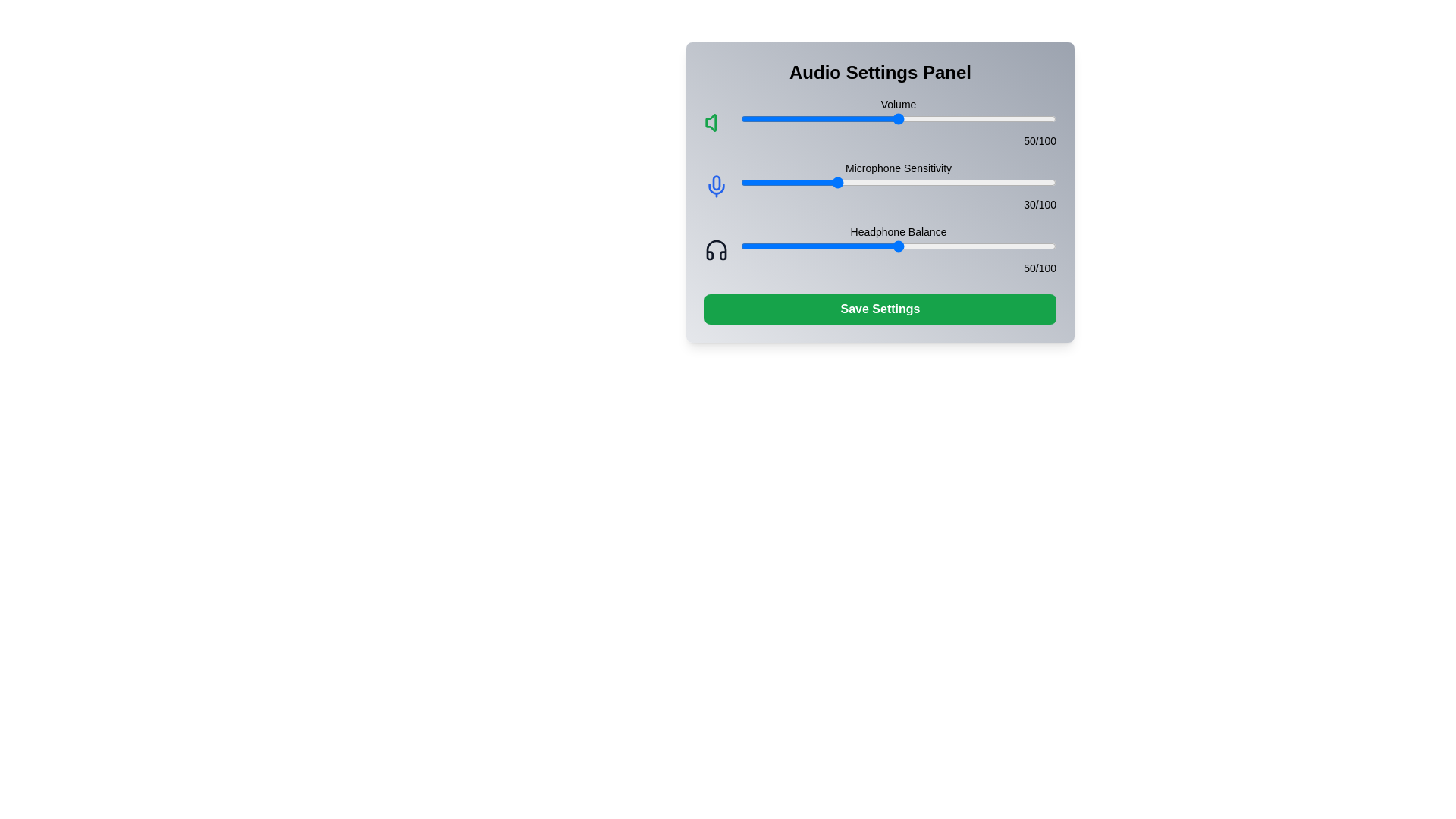 This screenshot has width=1456, height=819. I want to click on the volume slider, so click(942, 118).